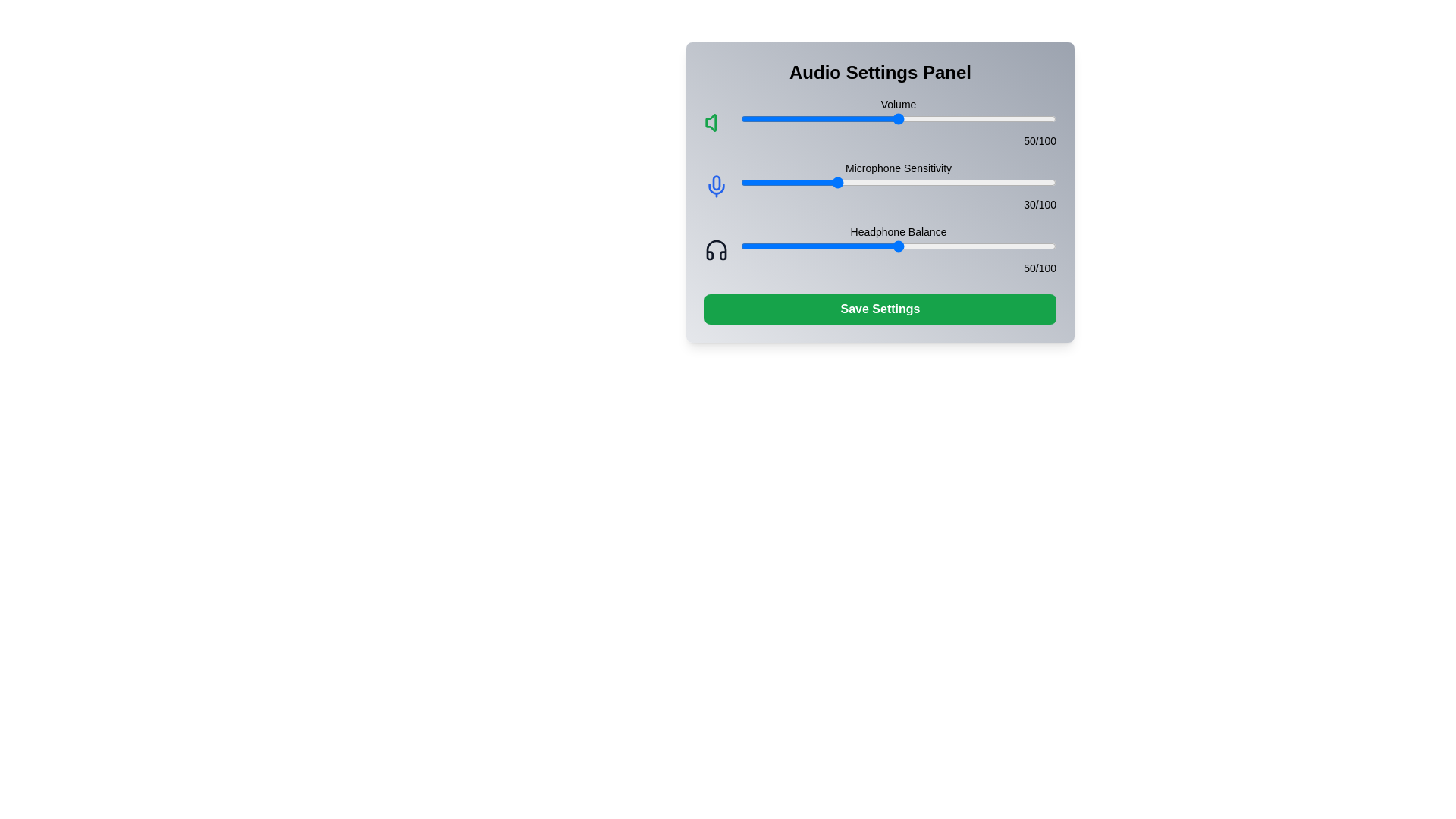 This screenshot has width=1456, height=819. I want to click on the volume slider, so click(942, 118).